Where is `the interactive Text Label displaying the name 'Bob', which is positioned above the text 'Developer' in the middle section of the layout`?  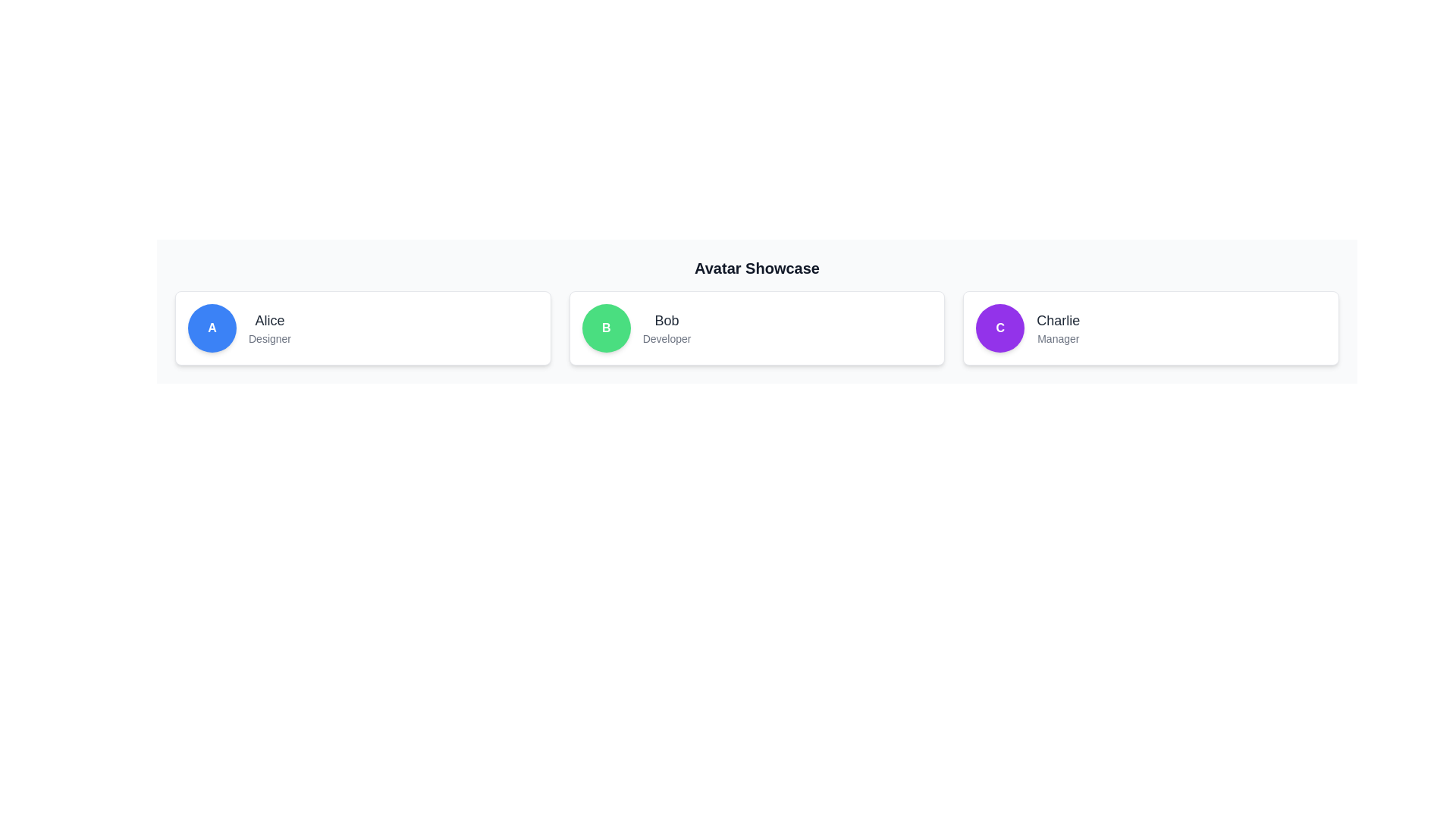 the interactive Text Label displaying the name 'Bob', which is positioned above the text 'Developer' in the middle section of the layout is located at coordinates (667, 320).